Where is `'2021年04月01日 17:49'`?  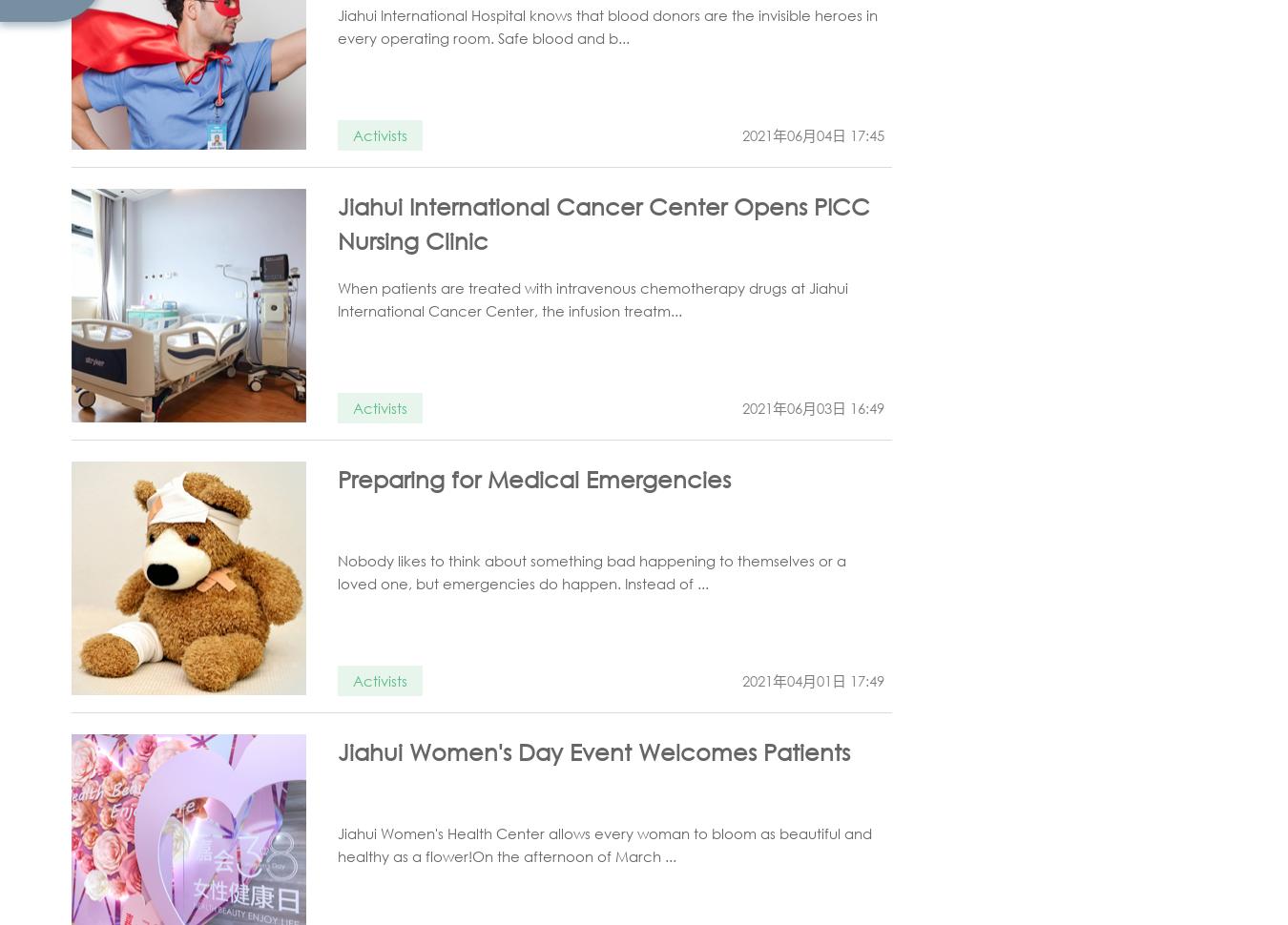 '2021年04月01日 17:49' is located at coordinates (741, 681).